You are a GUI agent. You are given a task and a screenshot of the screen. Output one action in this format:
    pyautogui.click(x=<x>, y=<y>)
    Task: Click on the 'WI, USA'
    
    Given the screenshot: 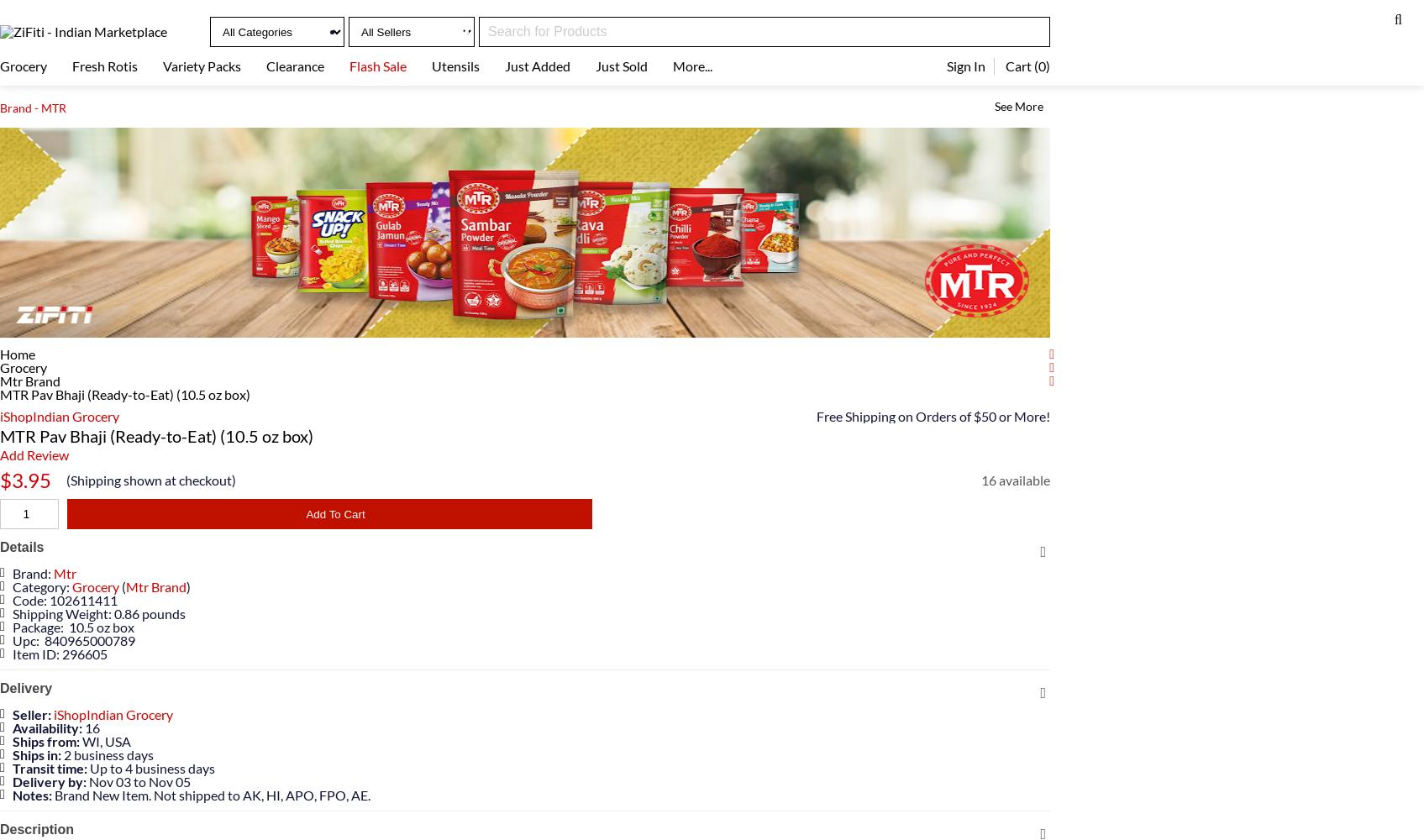 What is the action you would take?
    pyautogui.click(x=78, y=741)
    